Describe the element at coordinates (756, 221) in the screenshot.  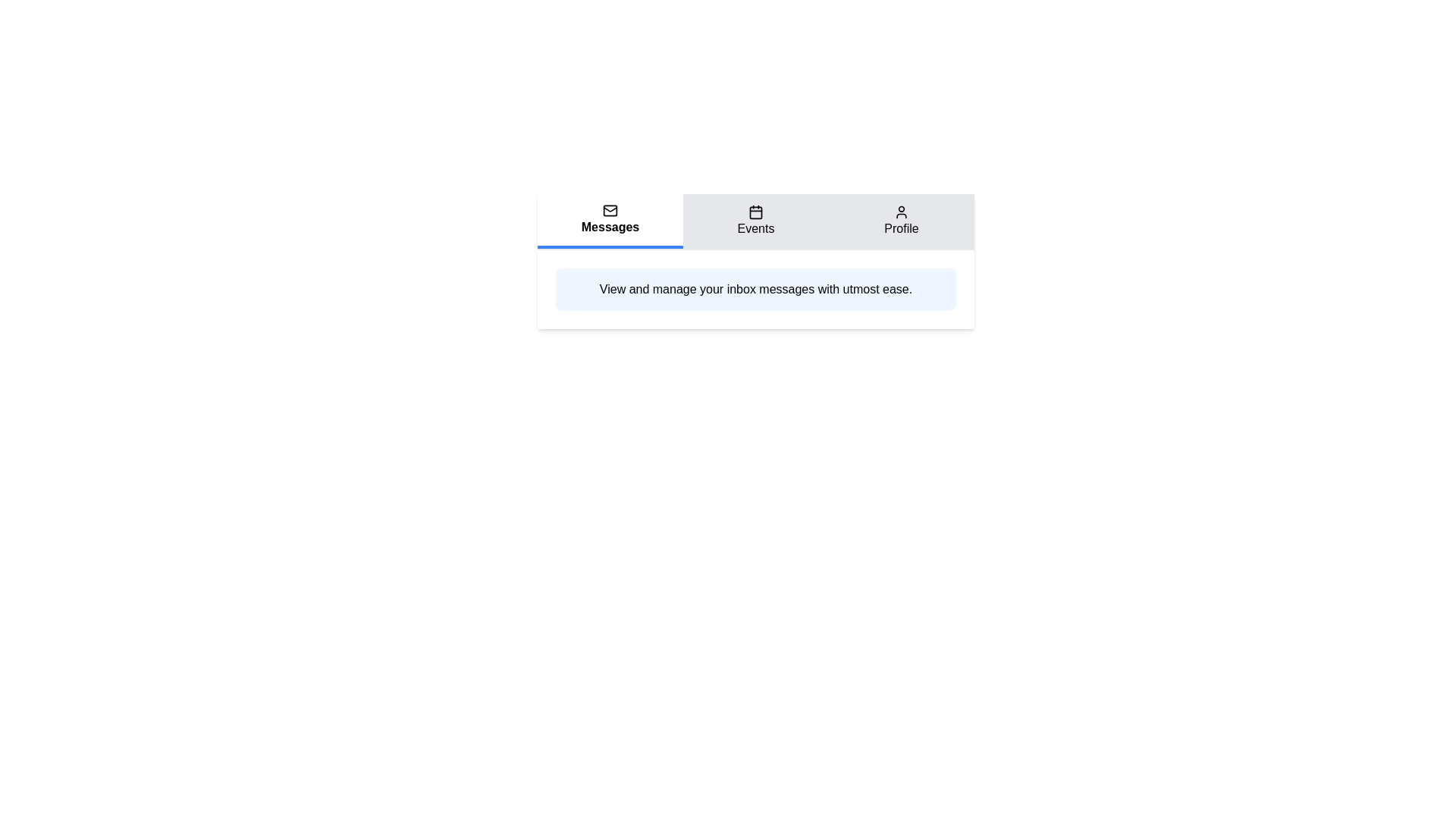
I see `the Events tab by clicking on its title or icon` at that location.